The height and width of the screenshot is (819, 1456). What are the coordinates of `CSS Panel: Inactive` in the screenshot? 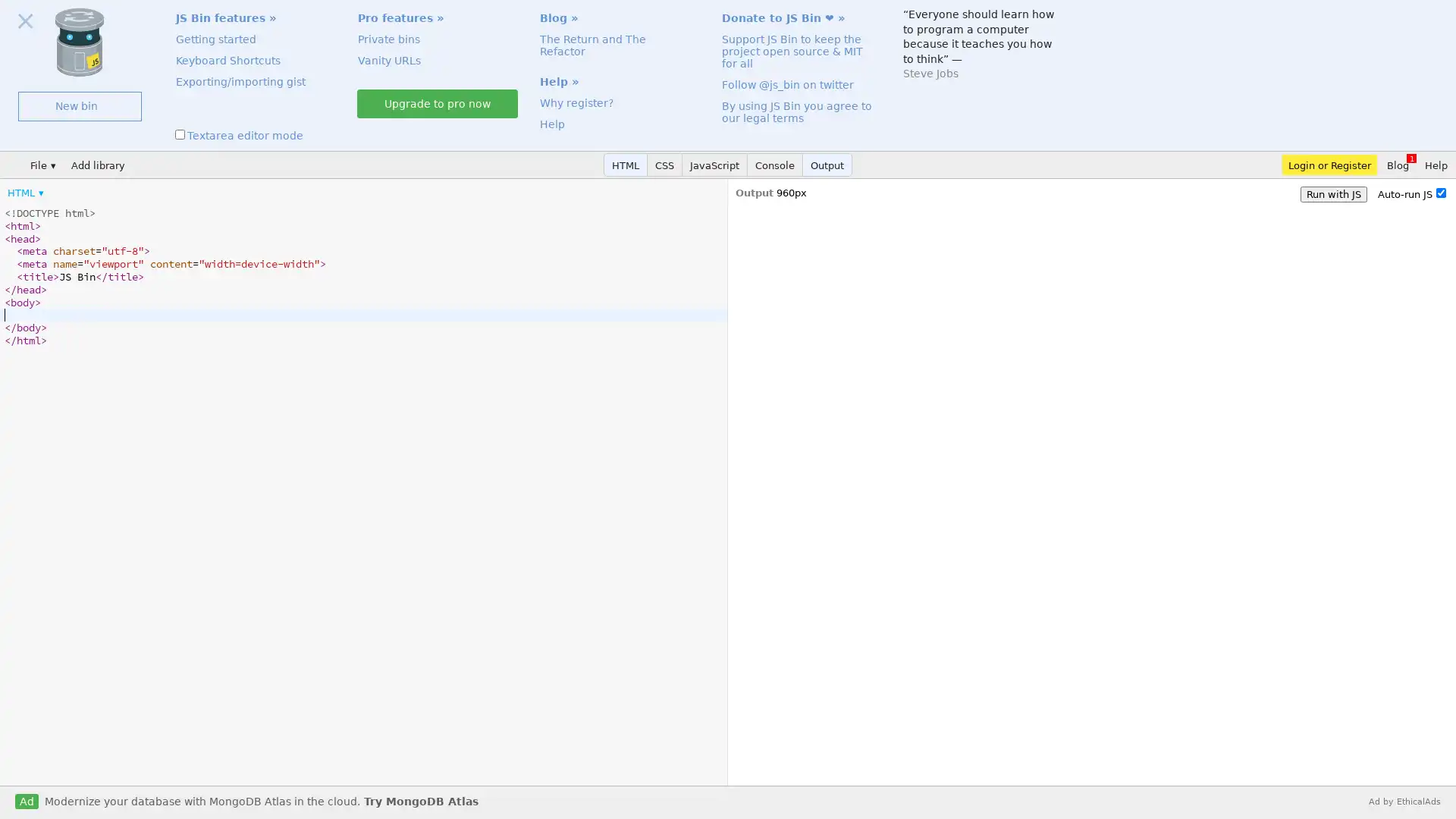 It's located at (665, 165).